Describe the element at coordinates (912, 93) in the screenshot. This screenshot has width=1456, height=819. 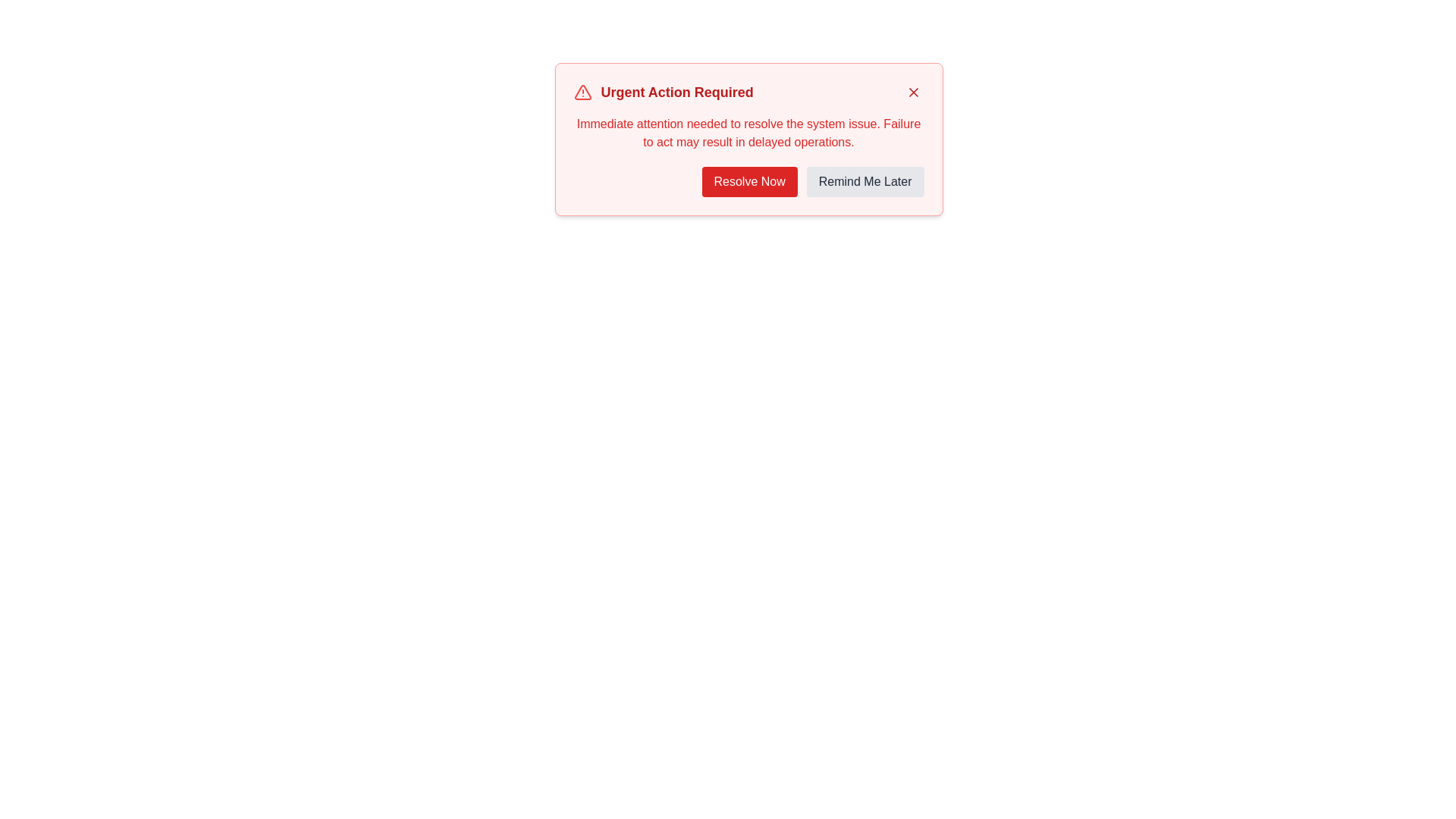
I see `the close button located at the top-right corner of the notification box` at that location.